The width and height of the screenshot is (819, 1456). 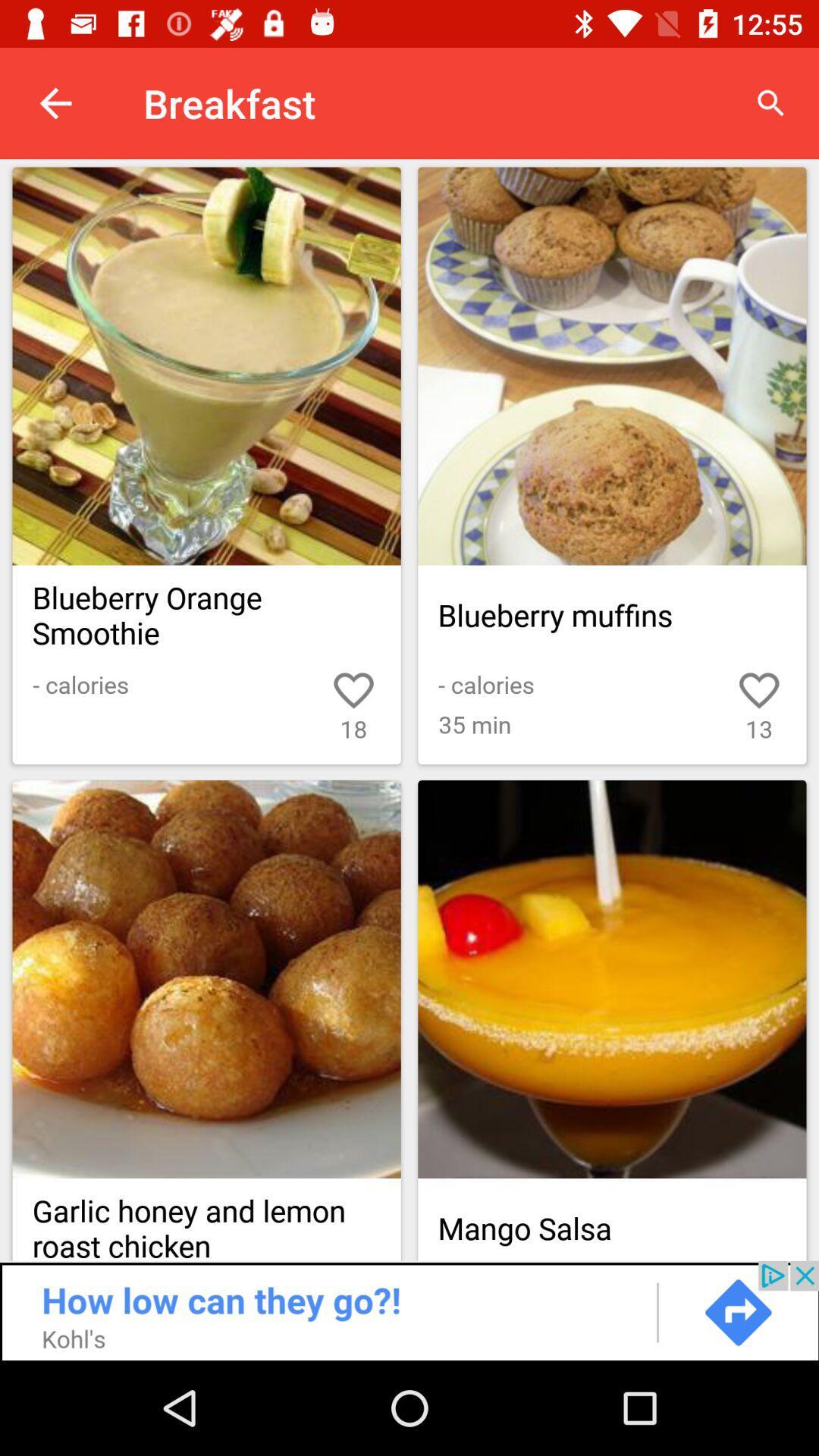 What do you see at coordinates (206, 979) in the screenshot?
I see `set as favorite` at bounding box center [206, 979].